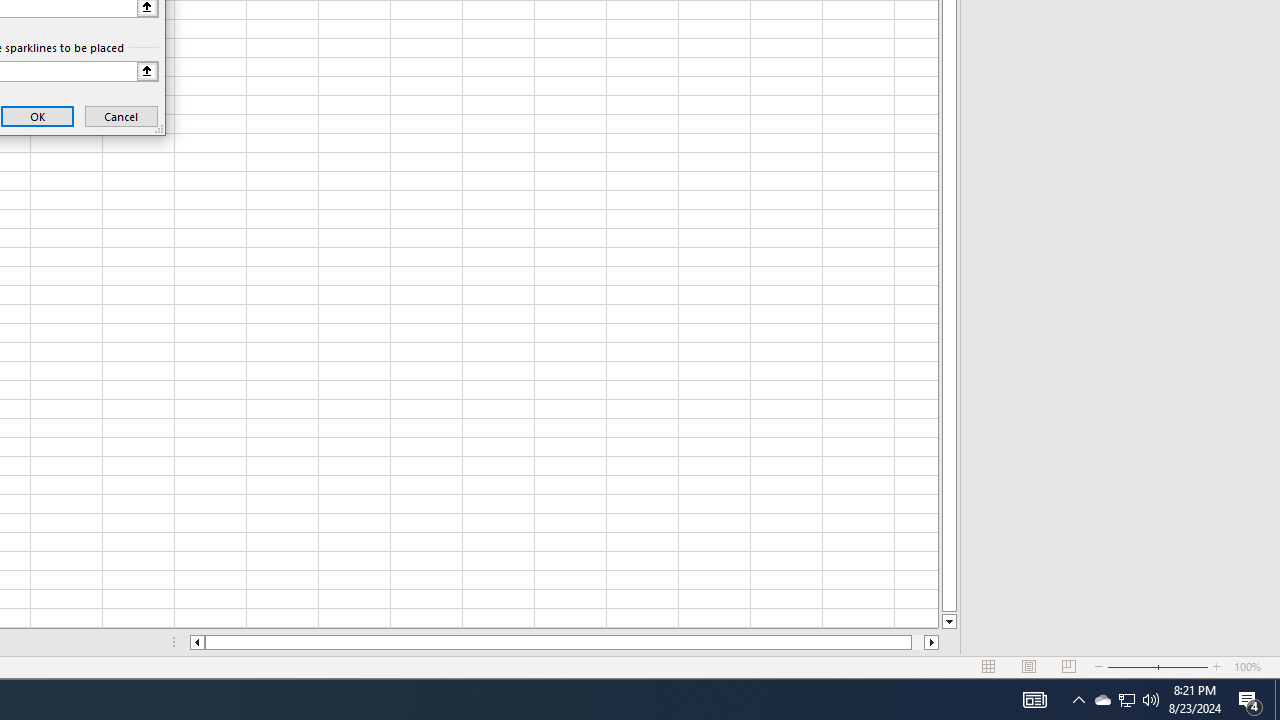  I want to click on 'AutomationID: 4105', so click(1034, 698).